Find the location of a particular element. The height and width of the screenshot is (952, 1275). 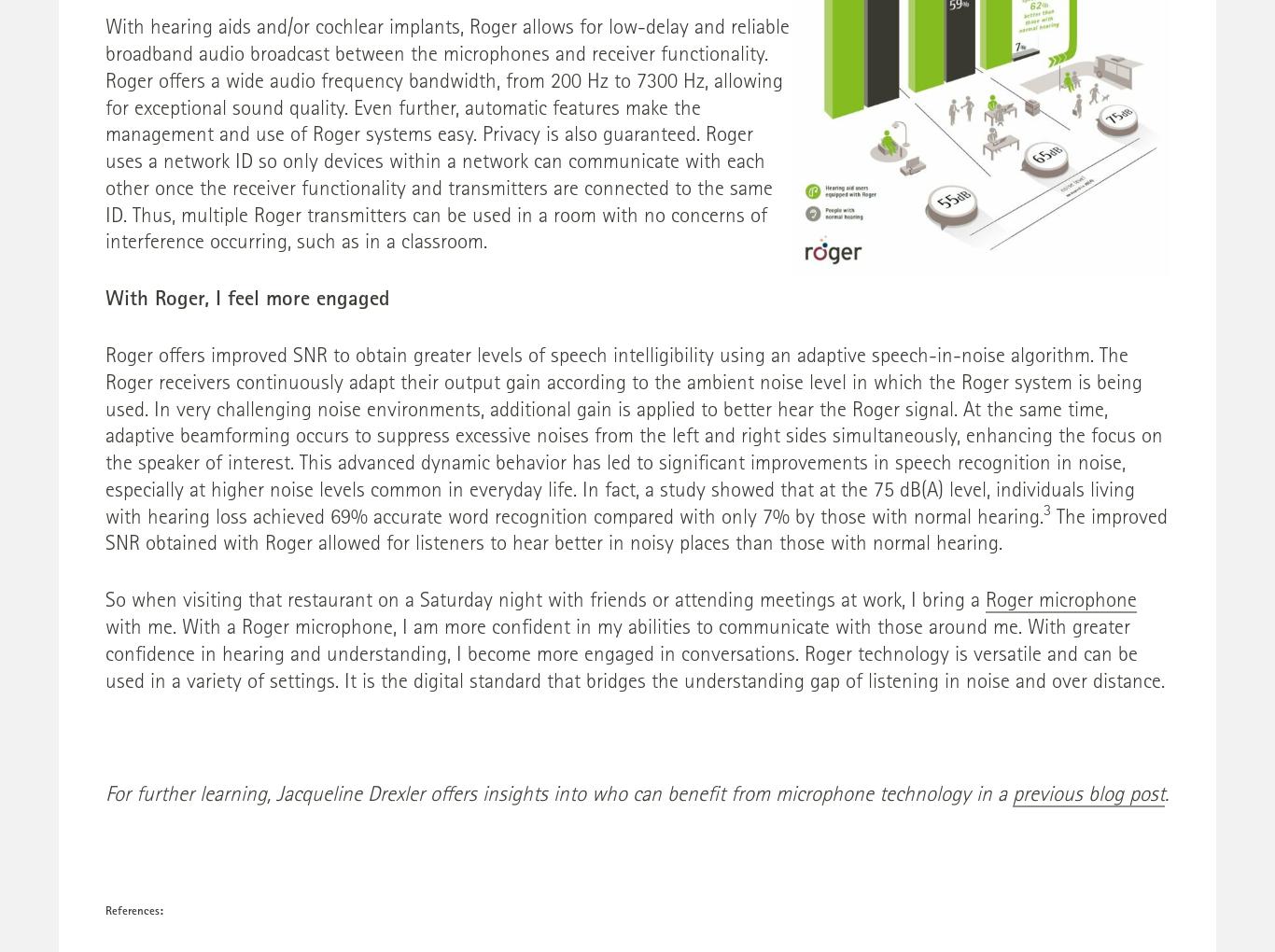

'References:' is located at coordinates (105, 911).